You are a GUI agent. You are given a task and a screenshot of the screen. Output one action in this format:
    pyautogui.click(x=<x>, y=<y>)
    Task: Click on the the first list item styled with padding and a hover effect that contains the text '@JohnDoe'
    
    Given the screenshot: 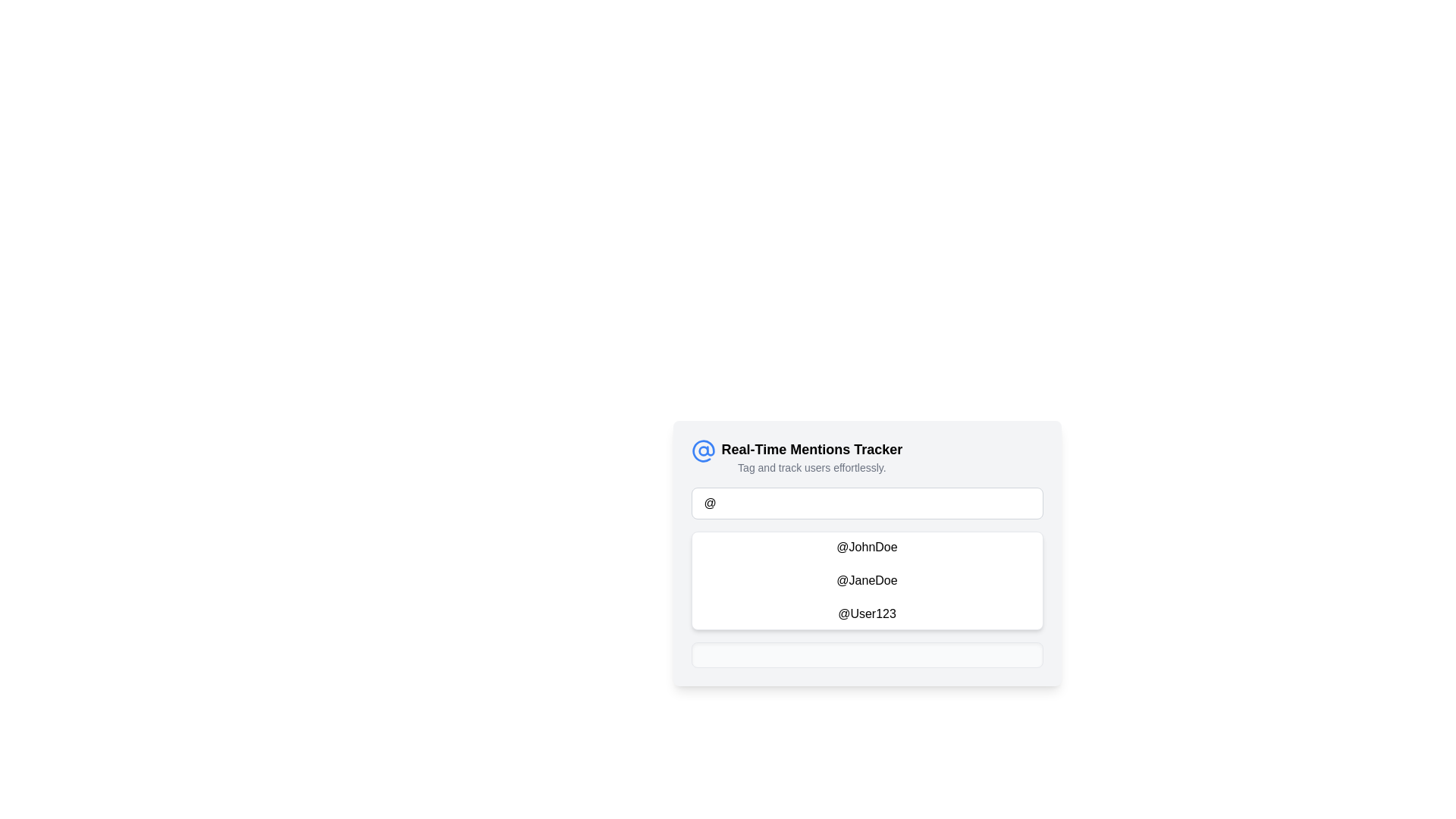 What is the action you would take?
    pyautogui.click(x=867, y=547)
    